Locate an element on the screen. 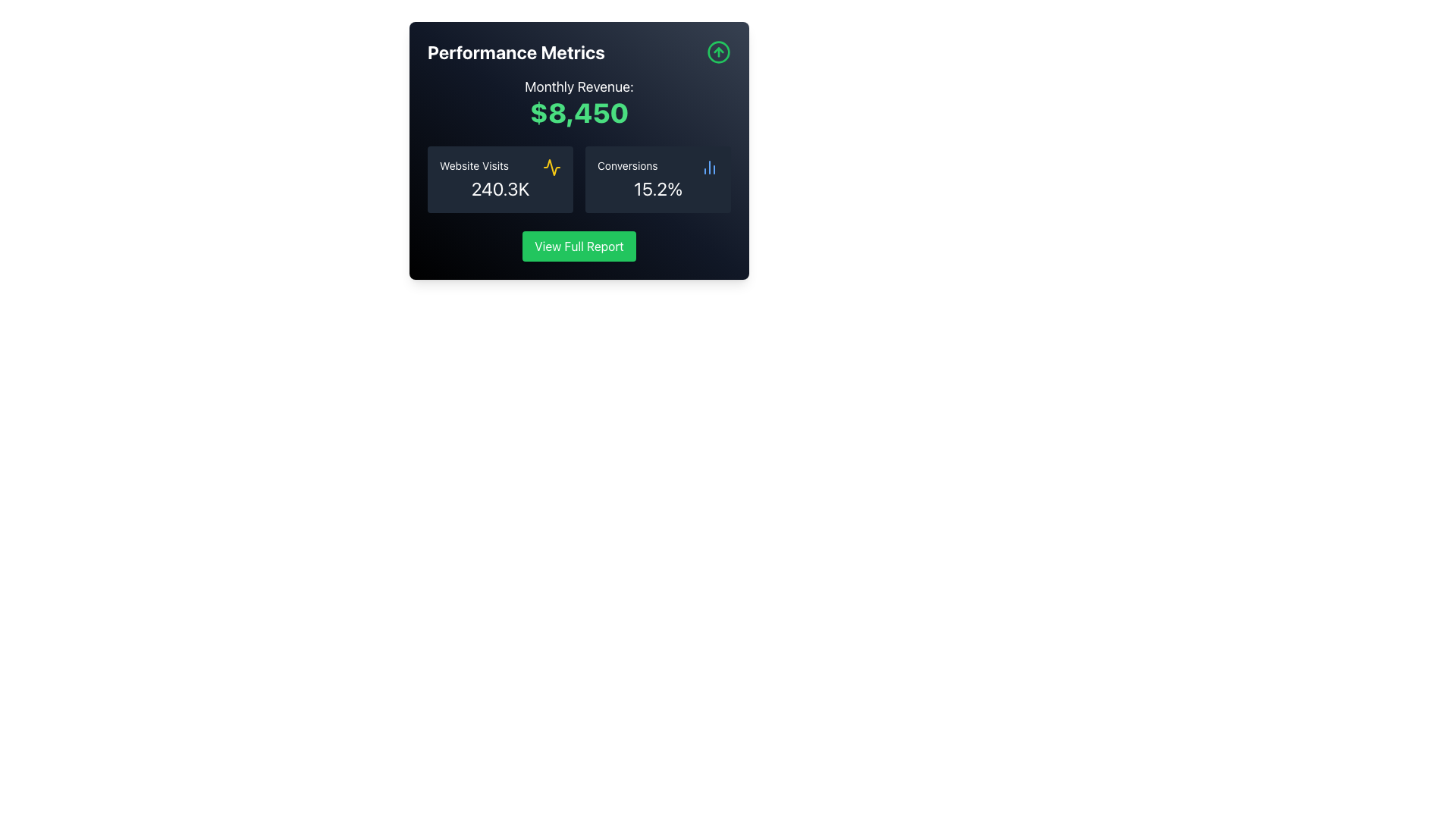  the text display element that shows the financial metric of monthly revenue, located centrally within the 'Performance Metrics' card, directly below the card title is located at coordinates (578, 102).